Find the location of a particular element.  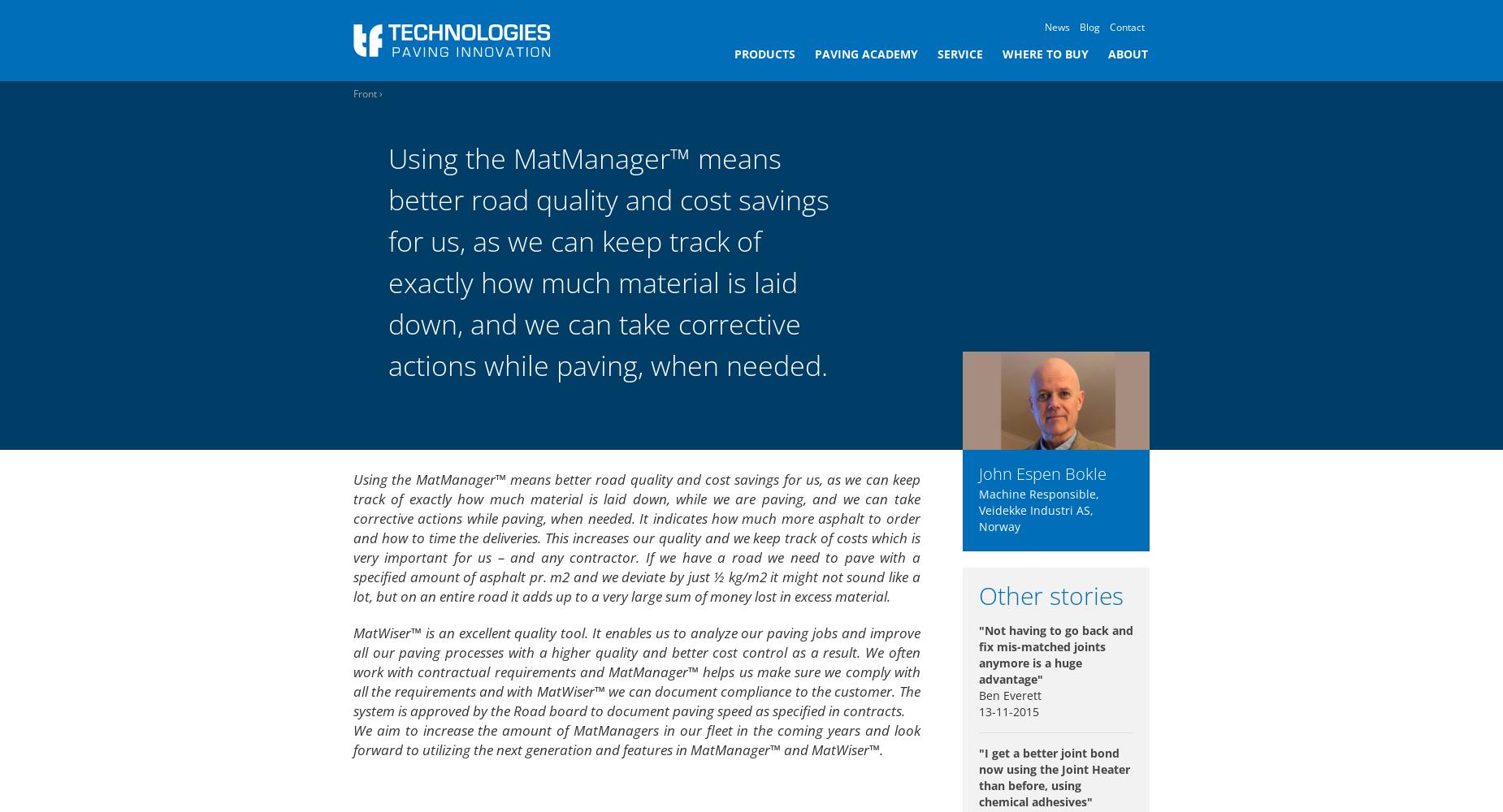

'We aim to increase the amount of MatManagers in our fleet in the coming years and look forward to utilizing the next generation and features in MatManager™ and MatWiser™.' is located at coordinates (636, 739).